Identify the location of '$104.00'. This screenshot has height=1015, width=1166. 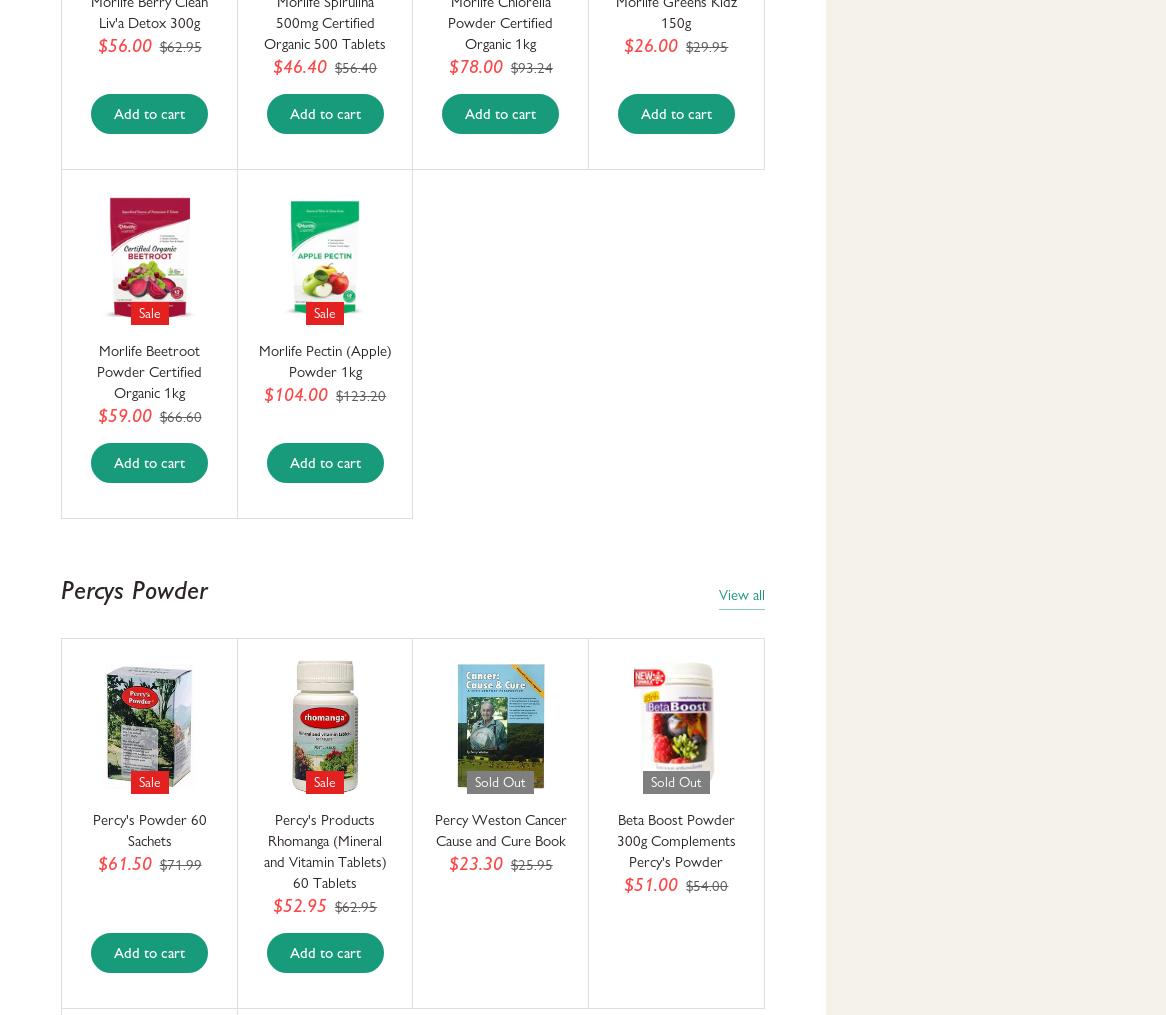
(295, 394).